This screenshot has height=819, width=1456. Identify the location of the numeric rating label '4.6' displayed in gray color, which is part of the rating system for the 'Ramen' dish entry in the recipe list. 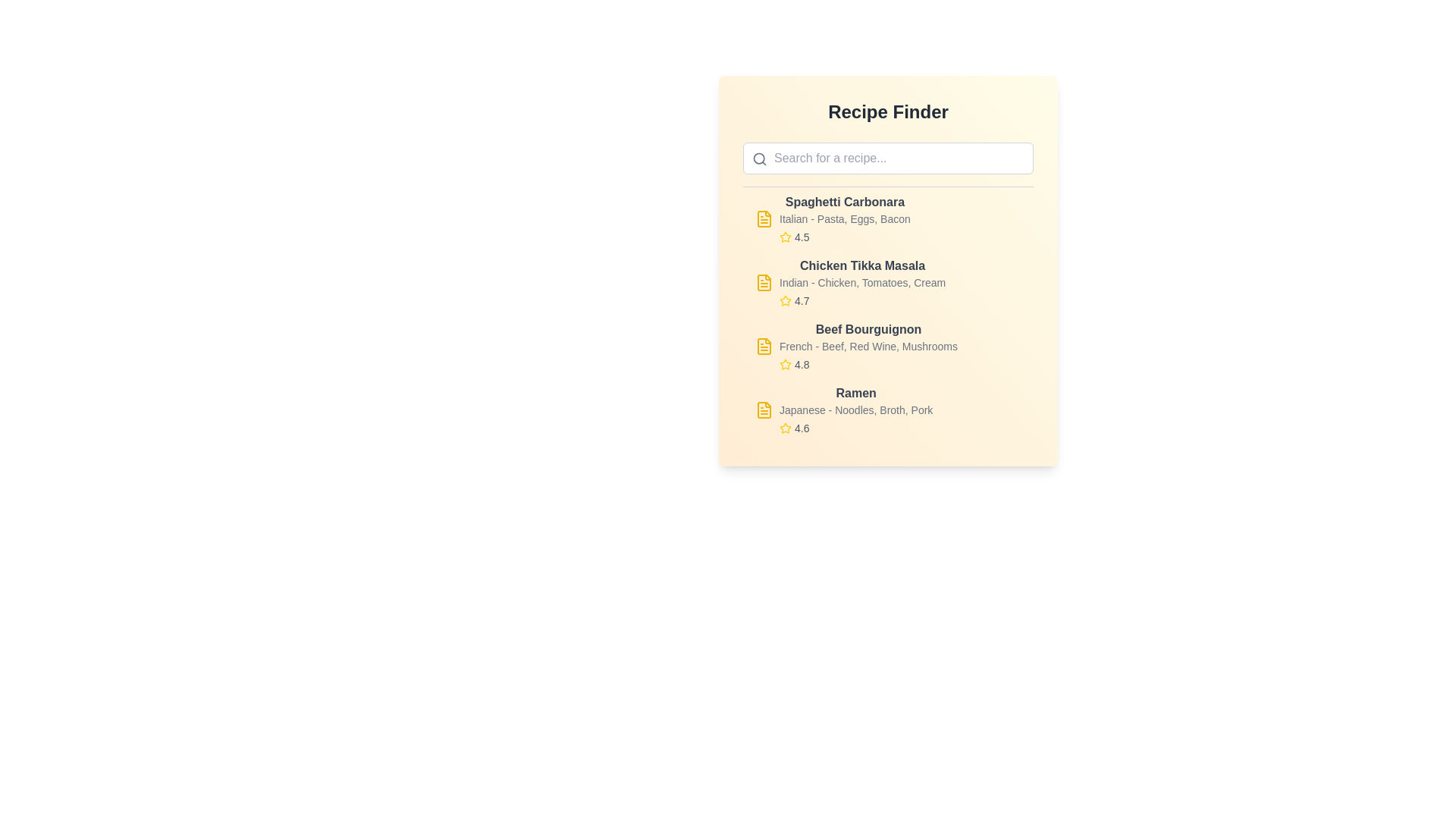
(801, 428).